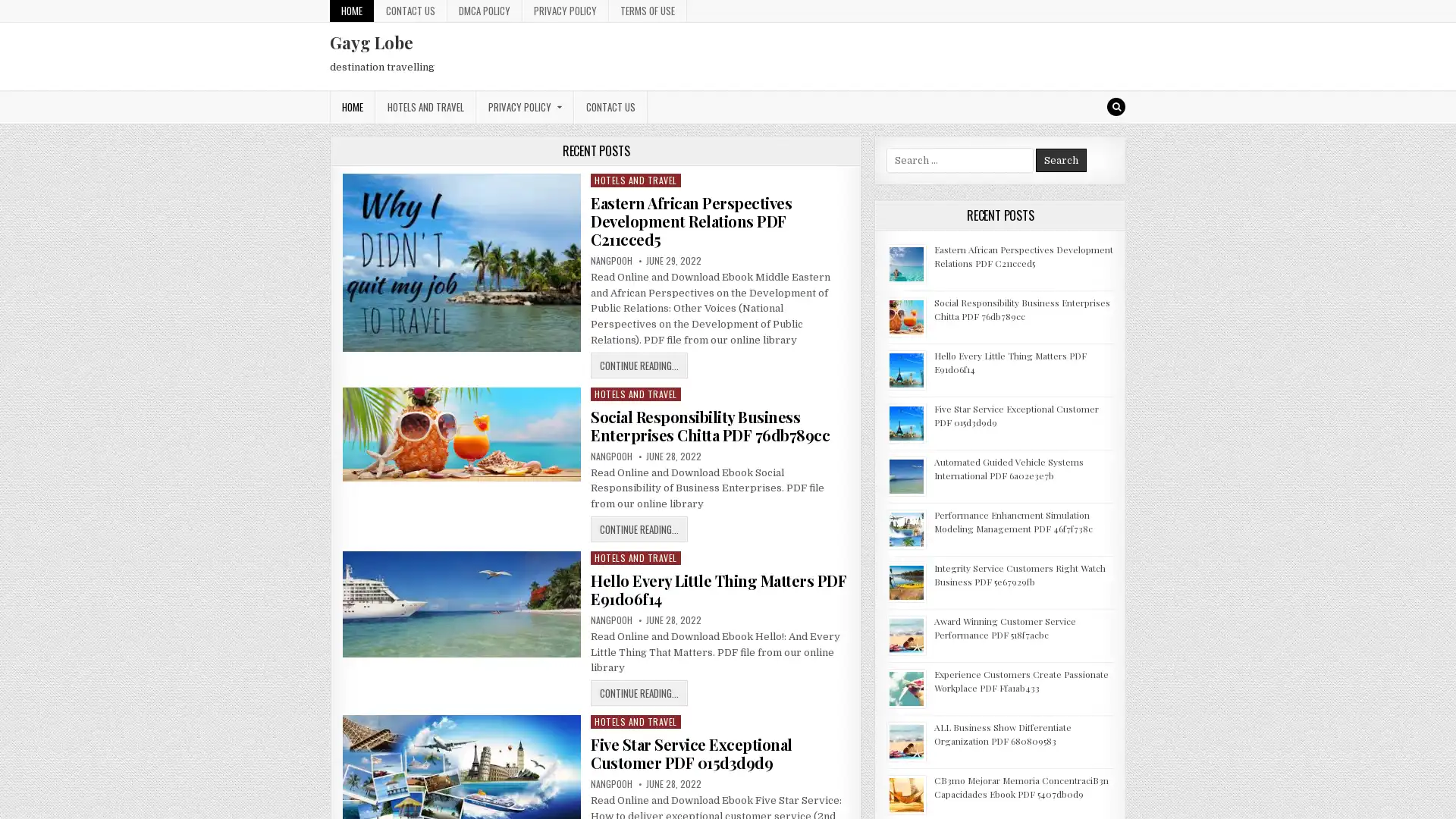  I want to click on Search, so click(1060, 160).